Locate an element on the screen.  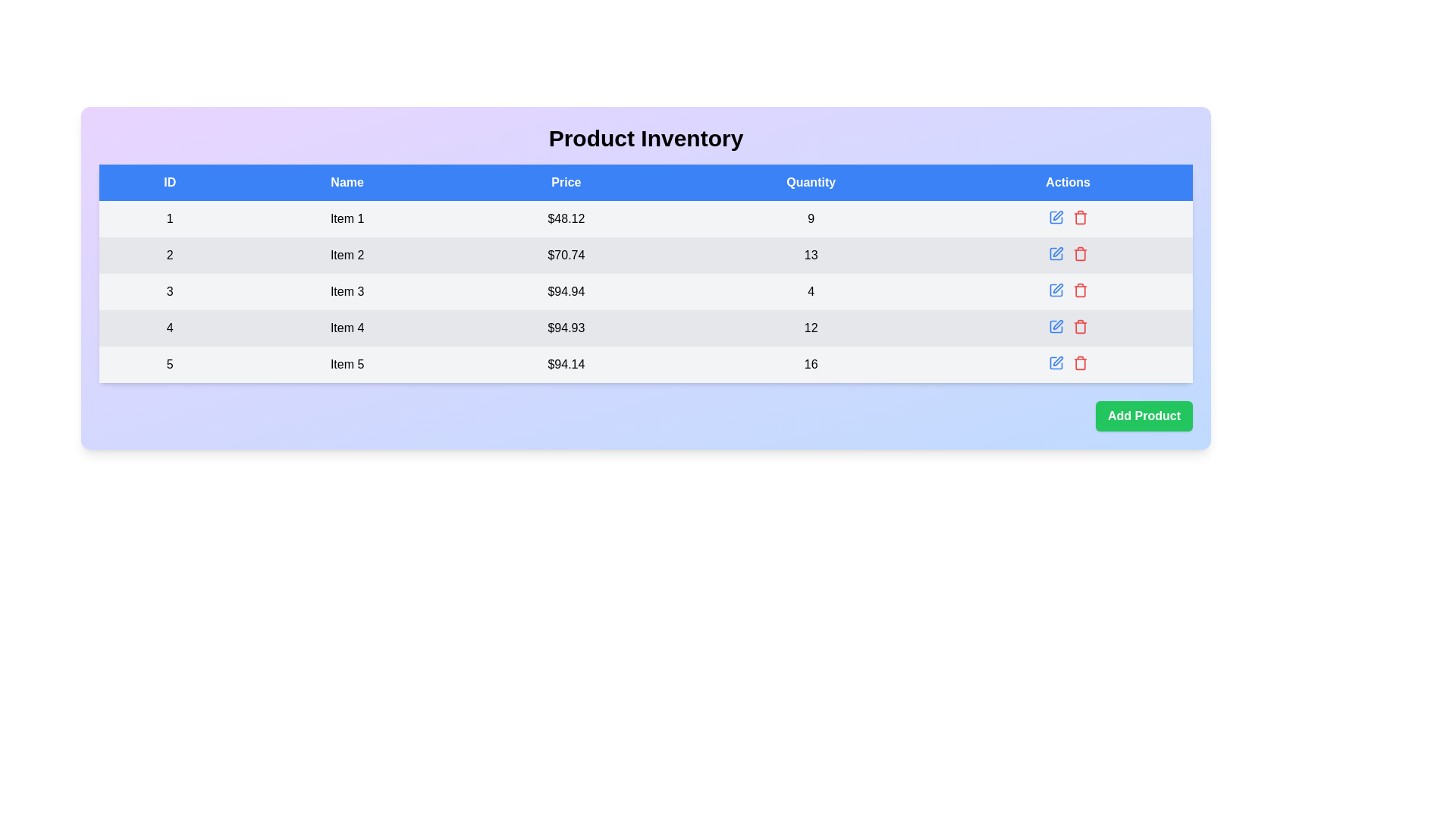
the numerical figure '4' in the 'Quantity' column of the third row in the product inventory table is located at coordinates (810, 292).